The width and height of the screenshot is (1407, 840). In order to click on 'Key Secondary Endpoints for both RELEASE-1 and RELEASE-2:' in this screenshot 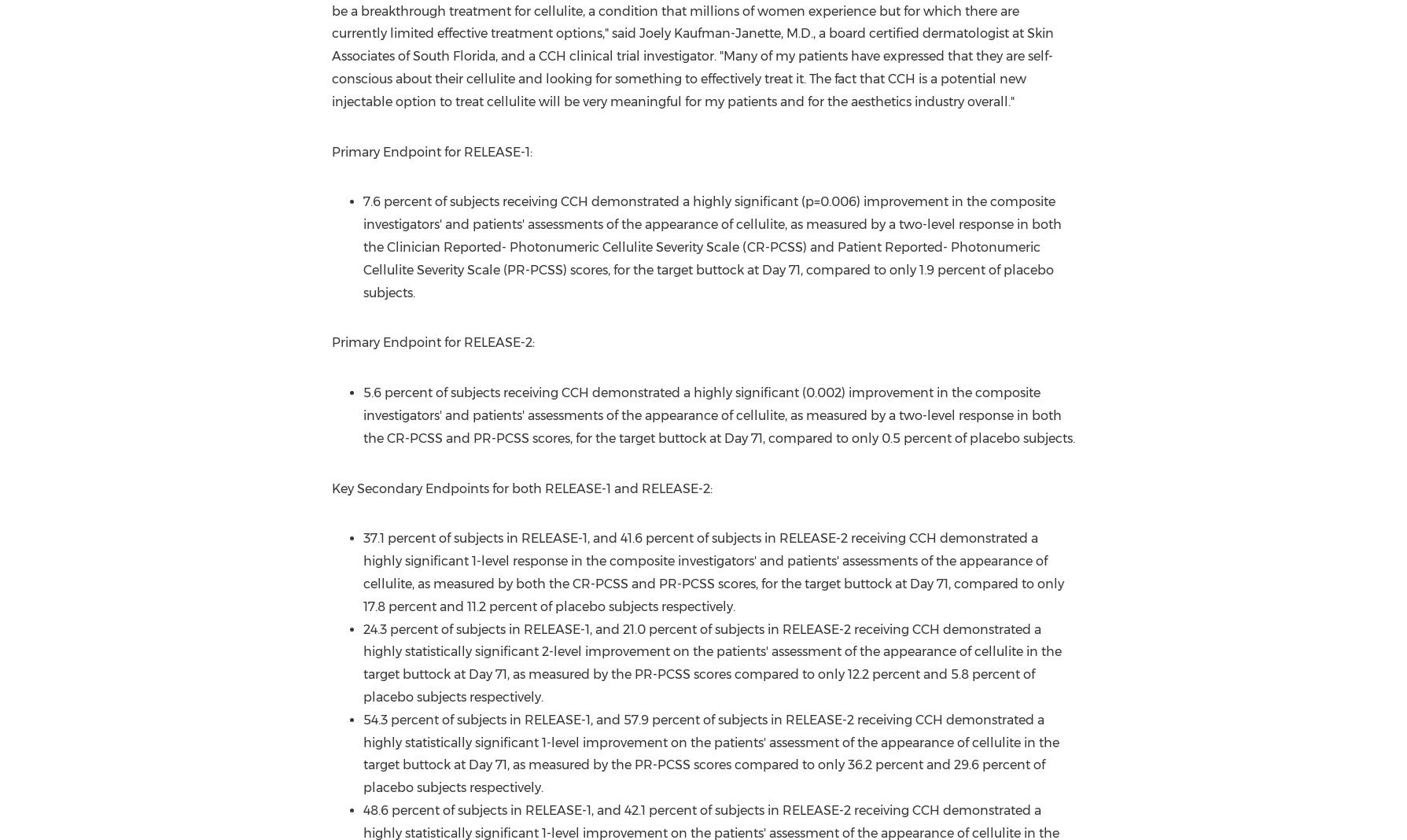, I will do `click(331, 487)`.